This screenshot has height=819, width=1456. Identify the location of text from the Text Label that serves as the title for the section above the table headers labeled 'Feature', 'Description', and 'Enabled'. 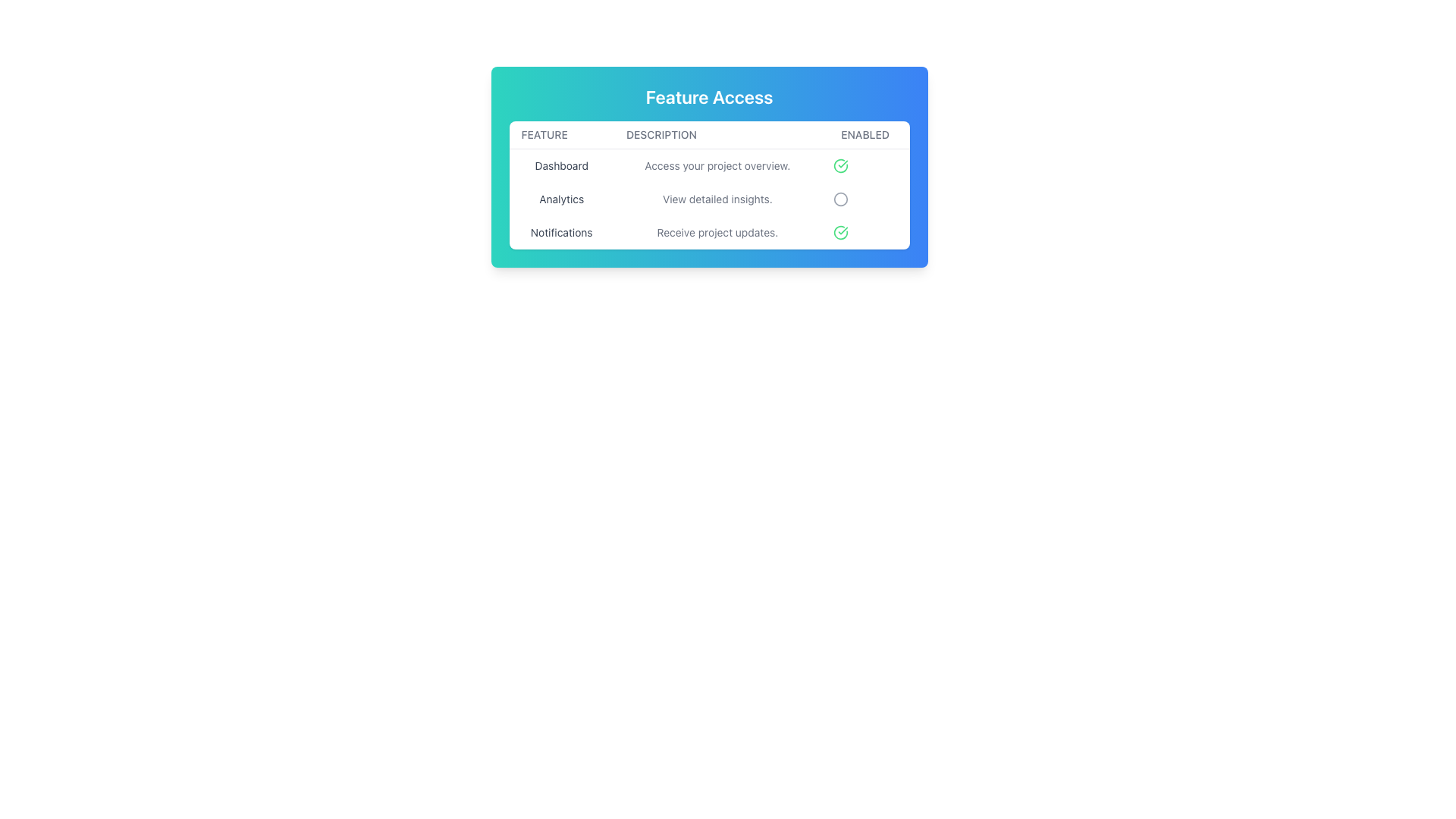
(708, 96).